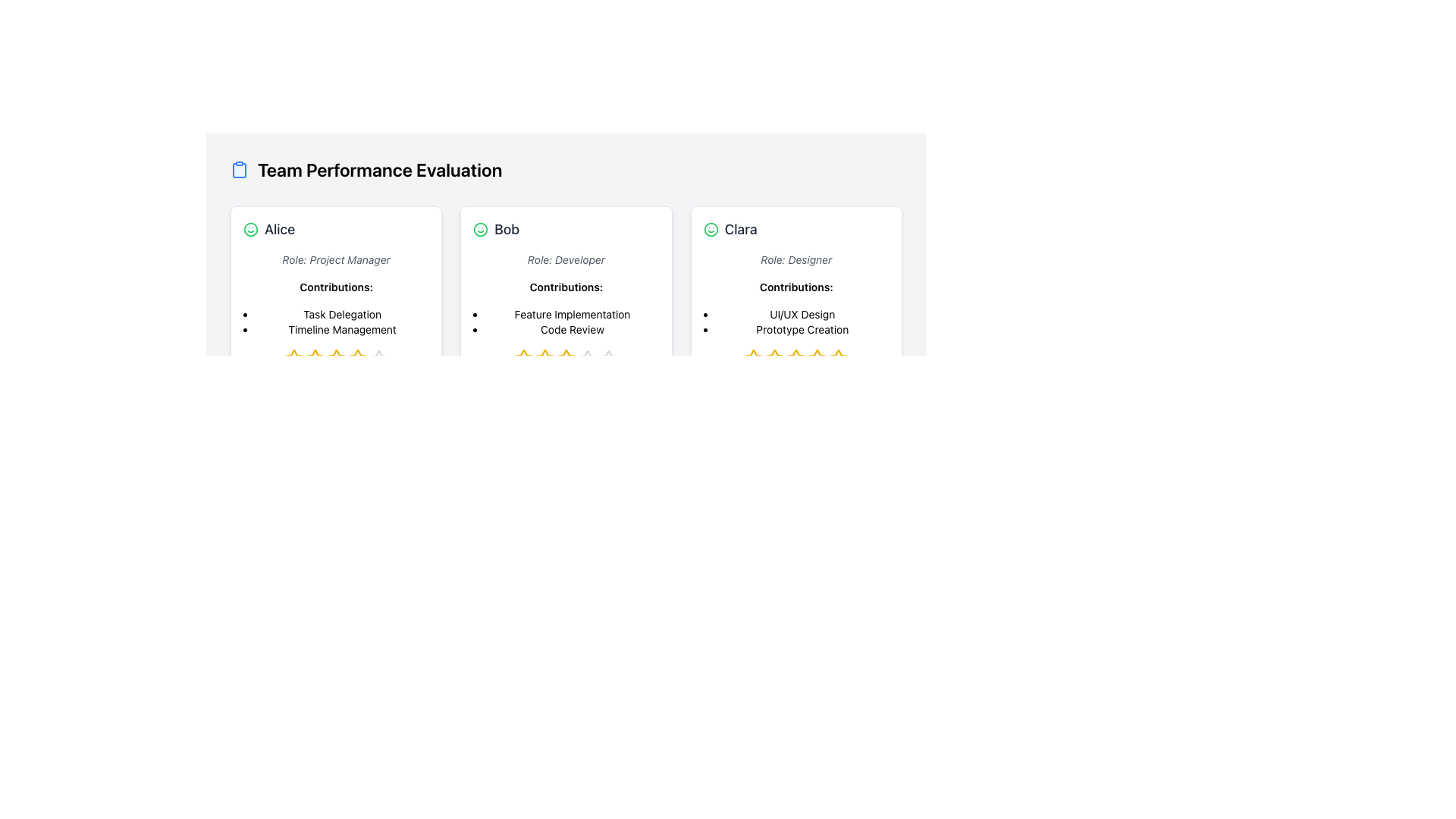 This screenshot has height=819, width=1456. I want to click on the fourth star in the five-star rating system under the 'Contributions' section of the 'Clara' card, so click(775, 357).